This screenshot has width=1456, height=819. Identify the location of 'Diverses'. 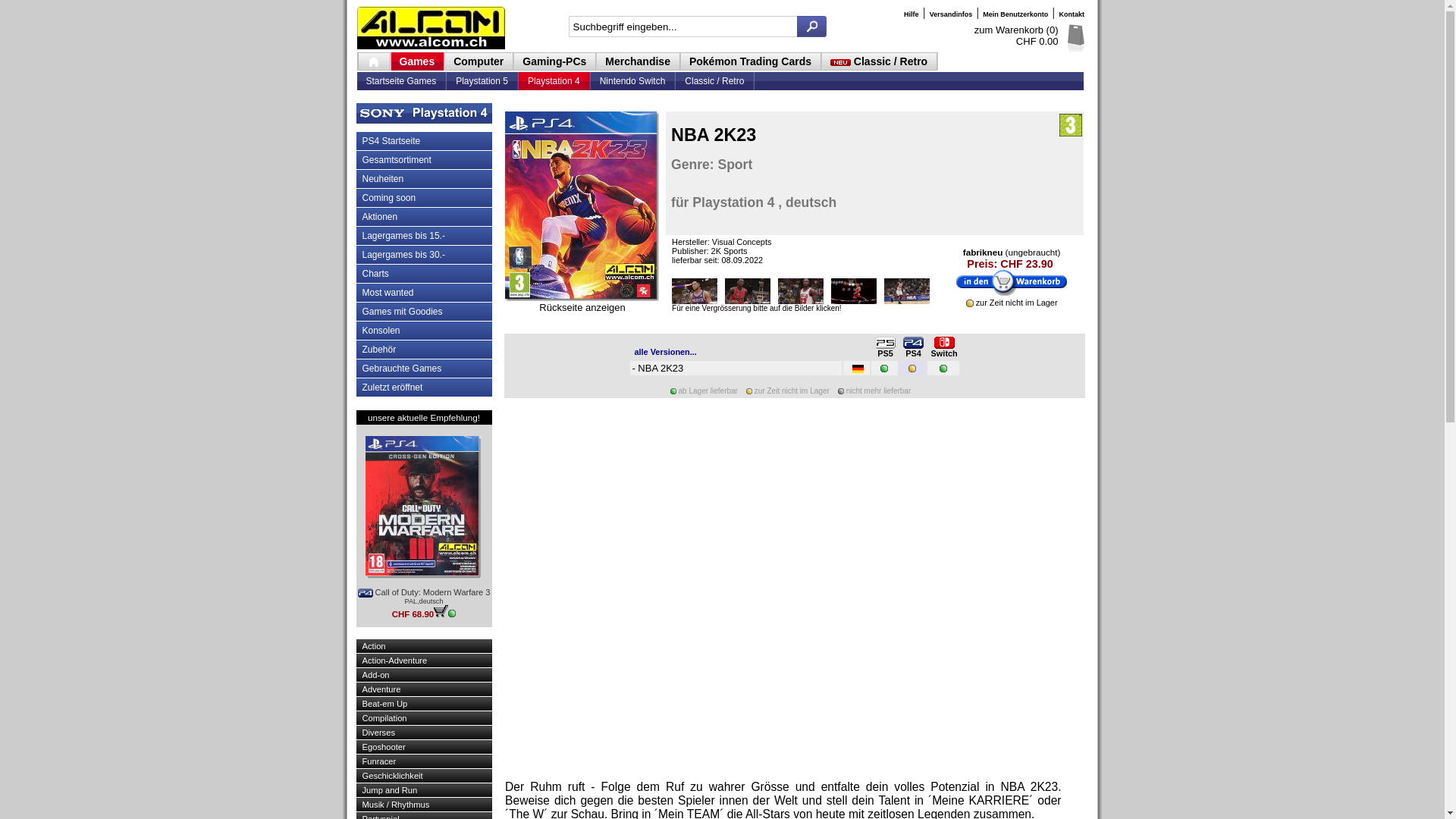
(424, 731).